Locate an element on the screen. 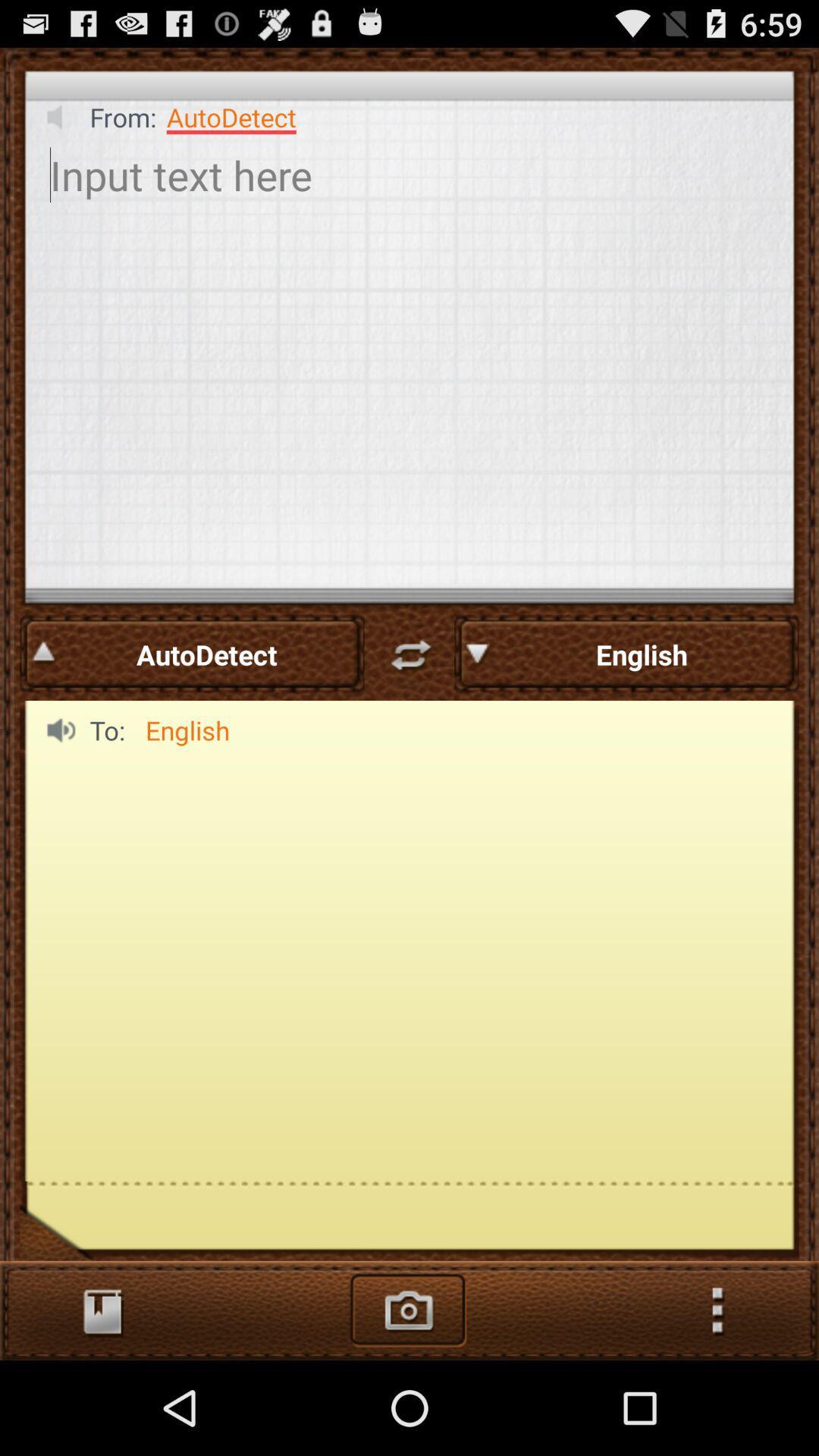 Image resolution: width=819 pixels, height=1456 pixels. the volume icon is located at coordinates (55, 782).